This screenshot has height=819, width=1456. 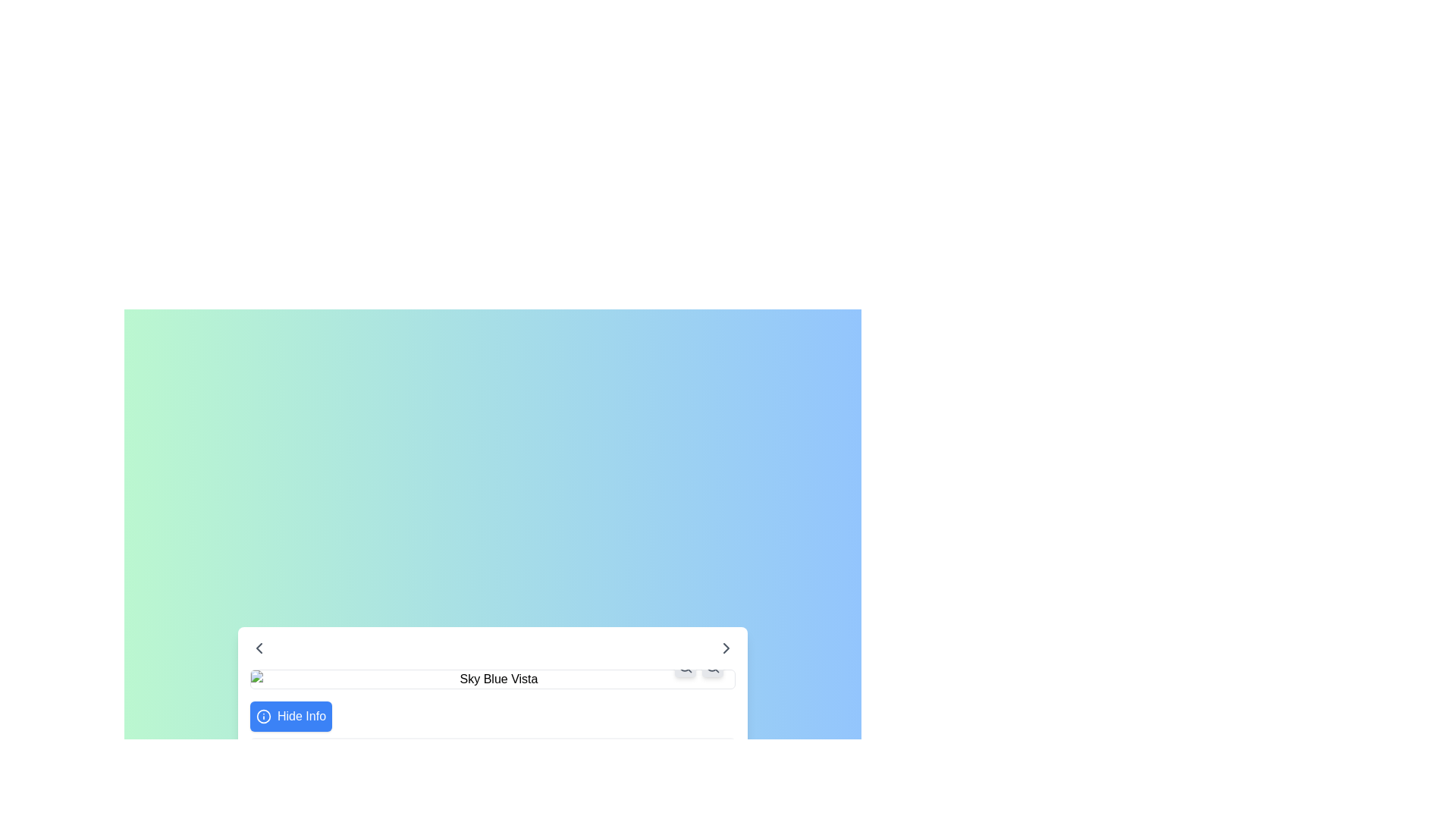 What do you see at coordinates (684, 666) in the screenshot?
I see `the zoom out button located in the top-right corner of the 'Sky Blue Vista' toolbar` at bounding box center [684, 666].